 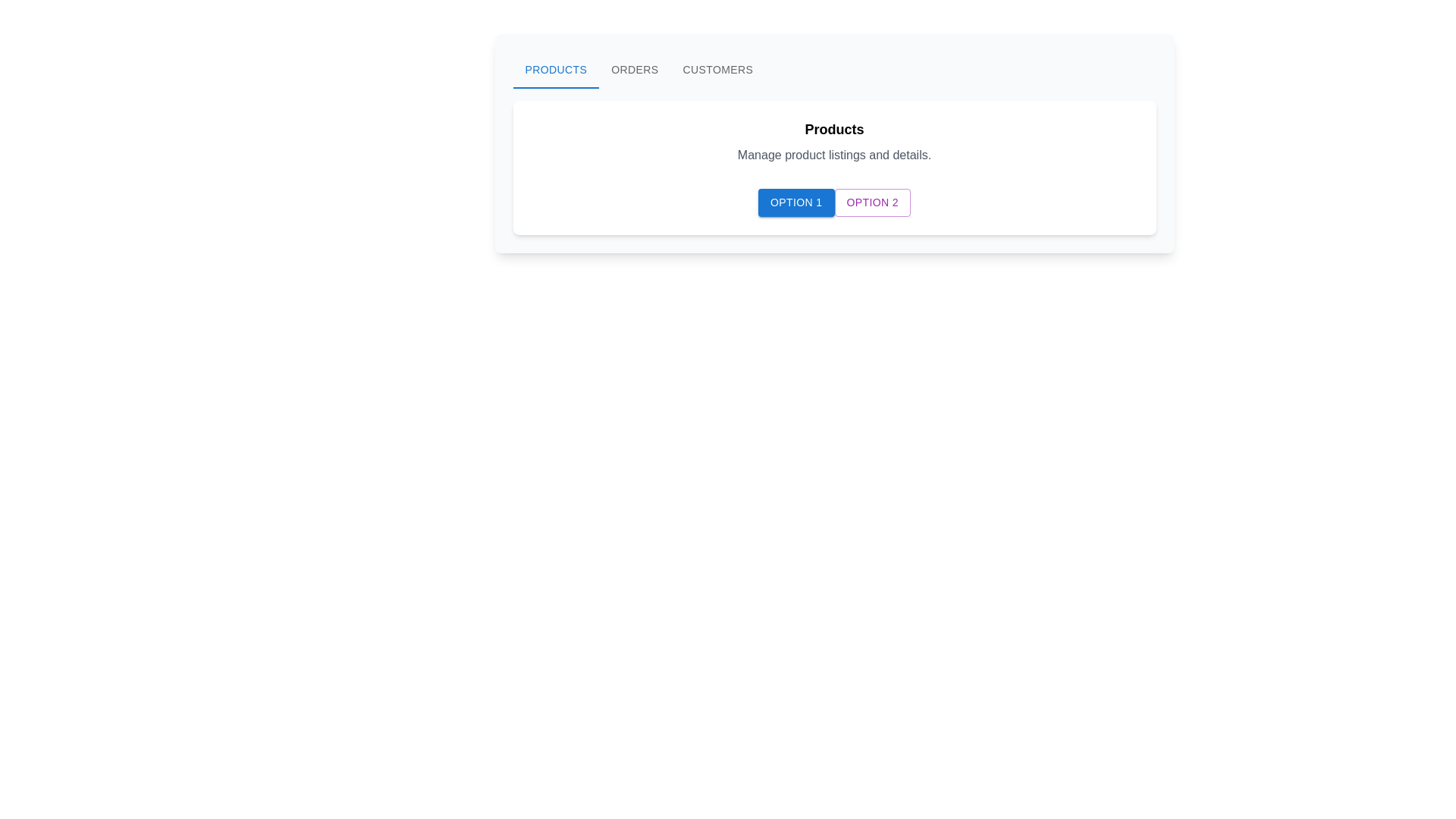 I want to click on the 'Customers' tab, which is the third tab in a horizontal tab list styled with uppercase text, so click(x=717, y=70).